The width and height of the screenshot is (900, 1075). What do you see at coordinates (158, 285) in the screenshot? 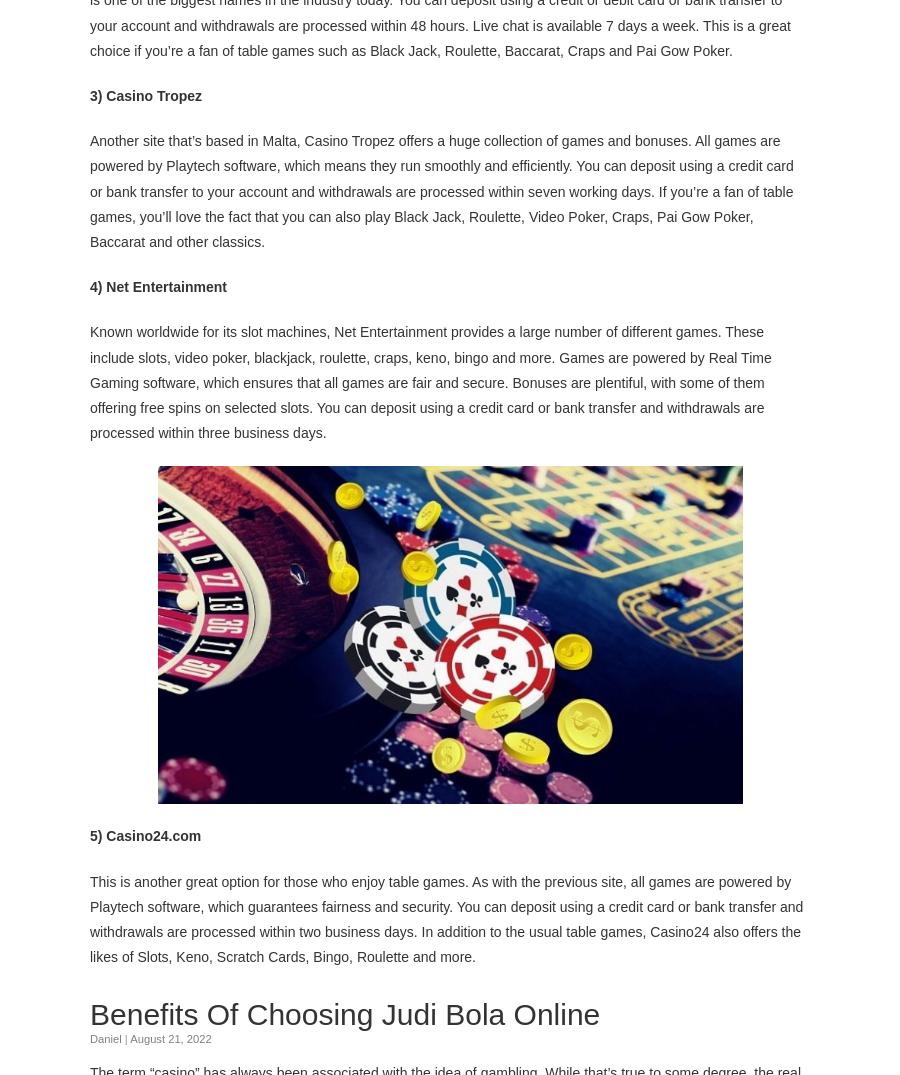
I see `'4) Net Entertainment'` at bounding box center [158, 285].